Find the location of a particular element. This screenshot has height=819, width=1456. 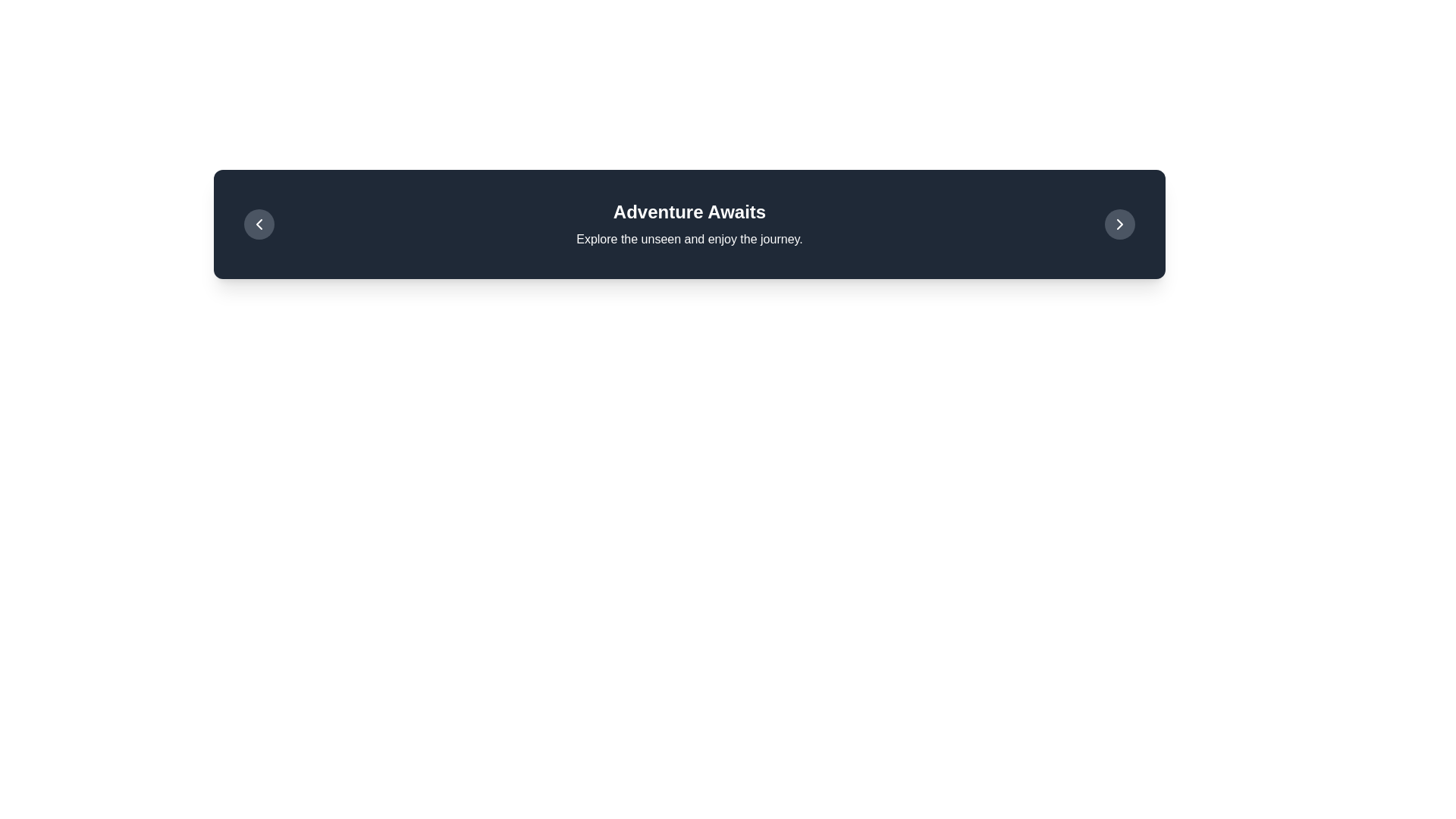

the central text element displaying 'Adventure Awaits' and its subtext, if it is linked is located at coordinates (689, 224).